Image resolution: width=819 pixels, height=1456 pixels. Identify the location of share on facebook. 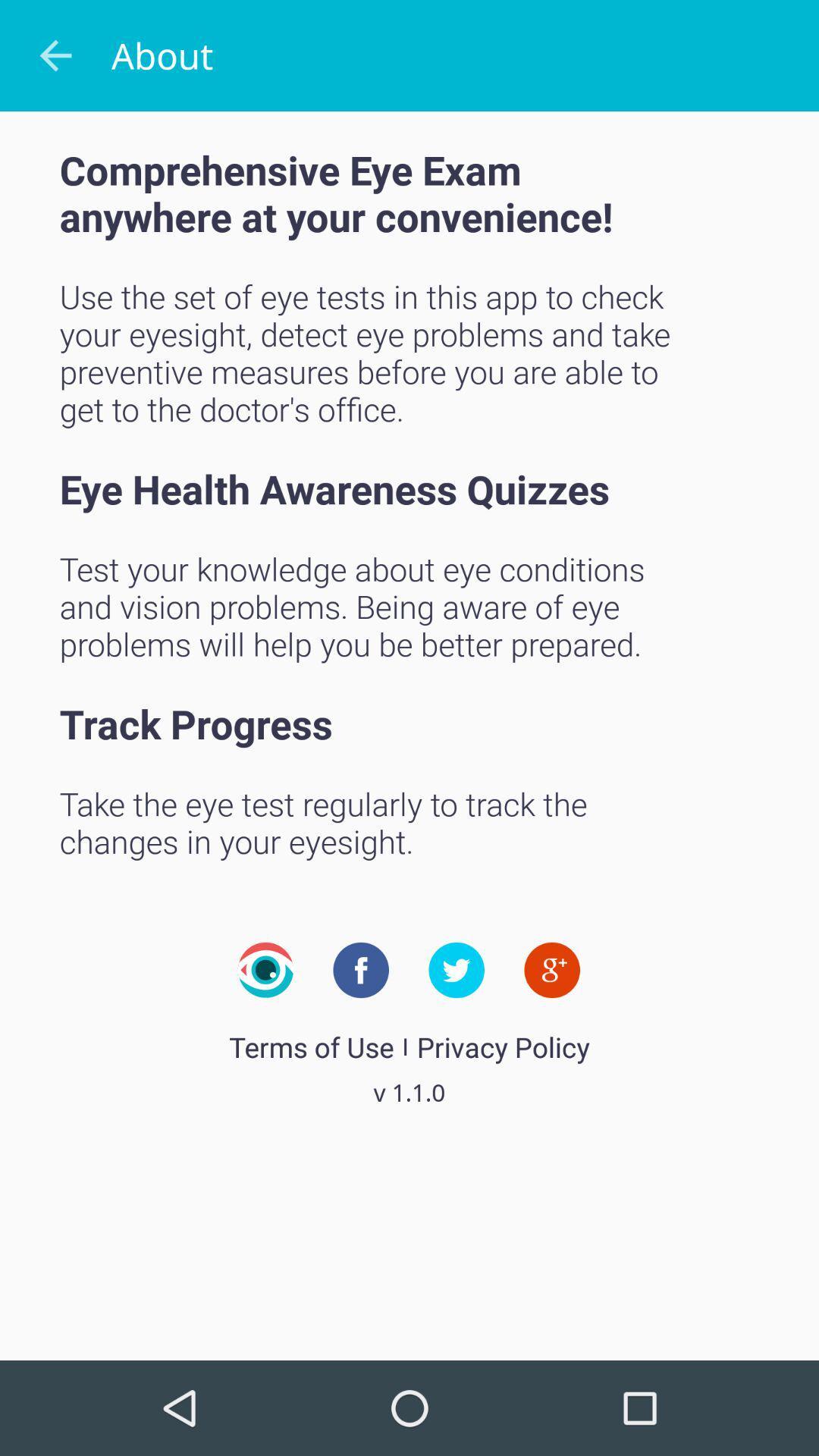
(361, 969).